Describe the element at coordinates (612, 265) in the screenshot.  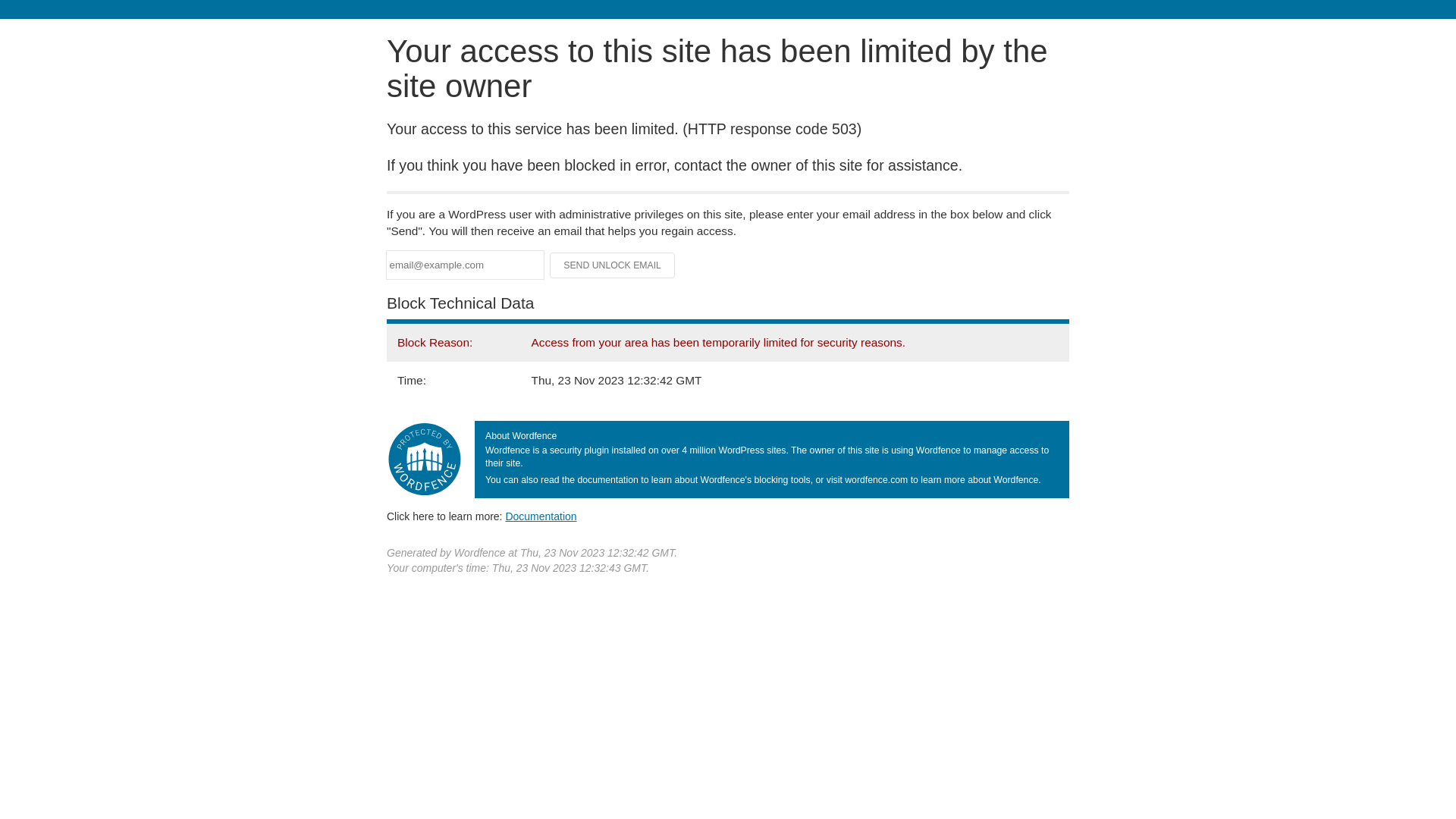
I see `'Send Unlock Email'` at that location.